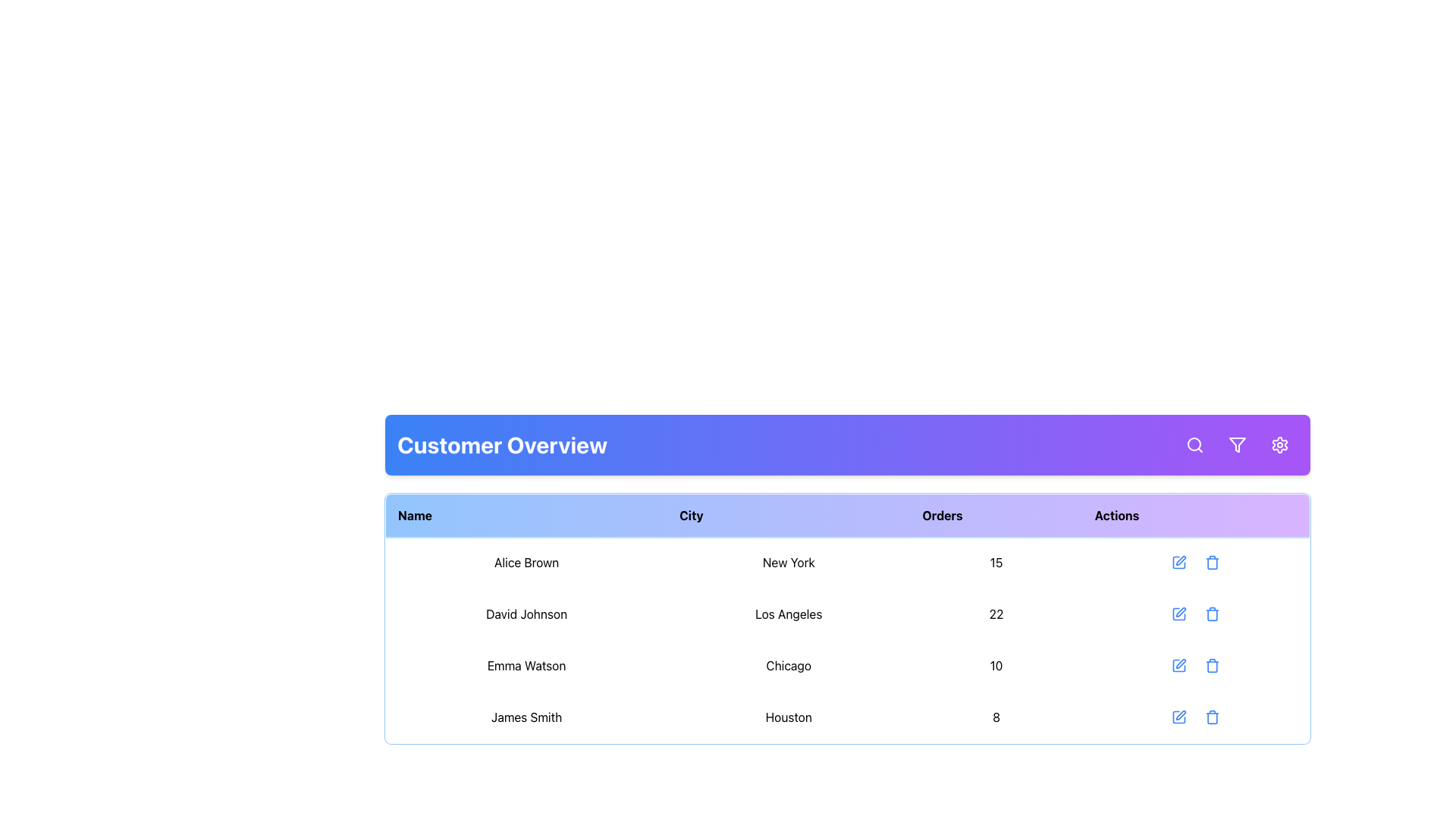 This screenshot has width=1456, height=819. Describe the element at coordinates (1194, 444) in the screenshot. I see `the first circular button in the horizontal group located at the right edge of the purple gradient header section, which initiates a search function` at that location.